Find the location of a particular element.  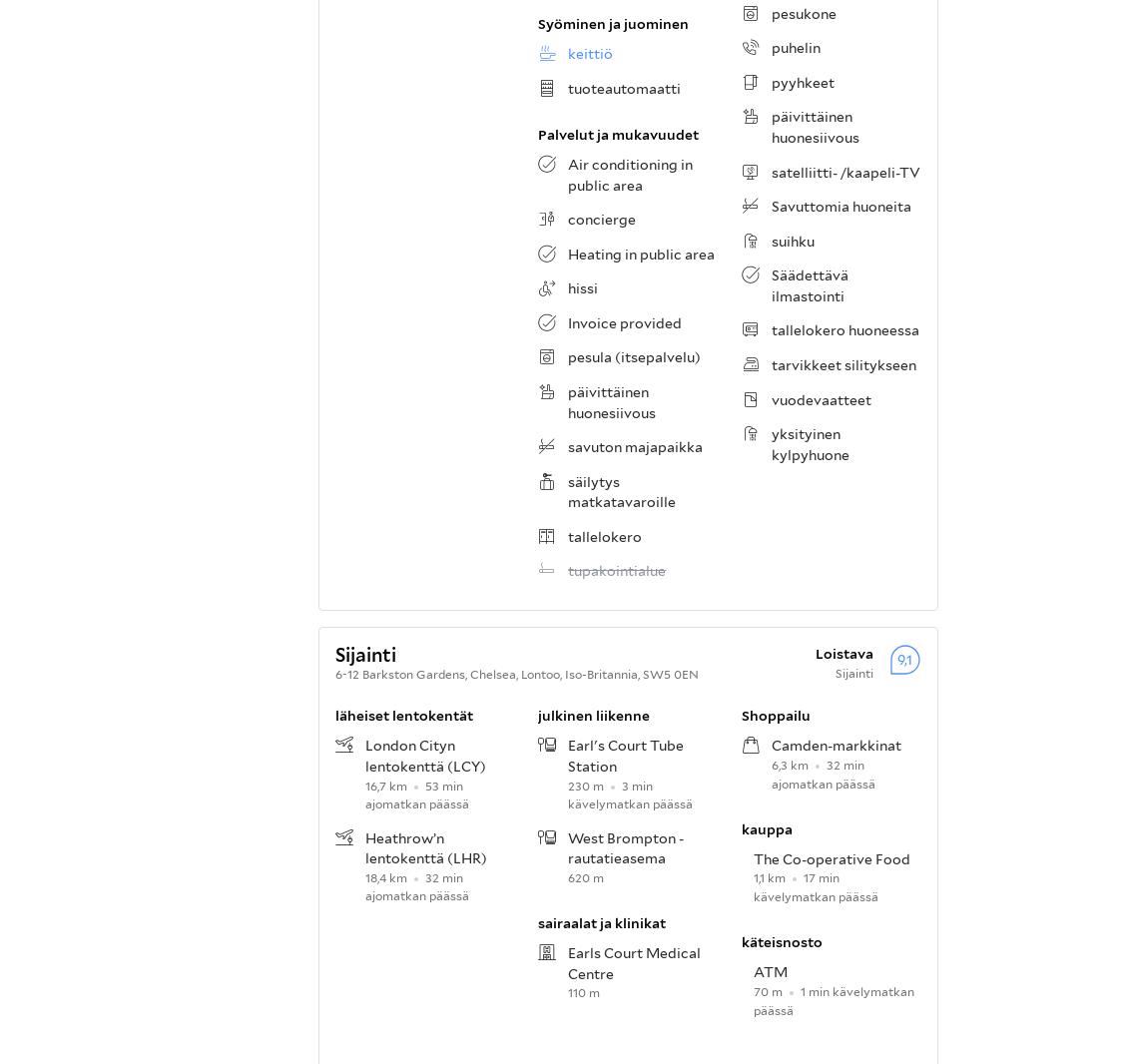

'Loistava' is located at coordinates (844, 651).